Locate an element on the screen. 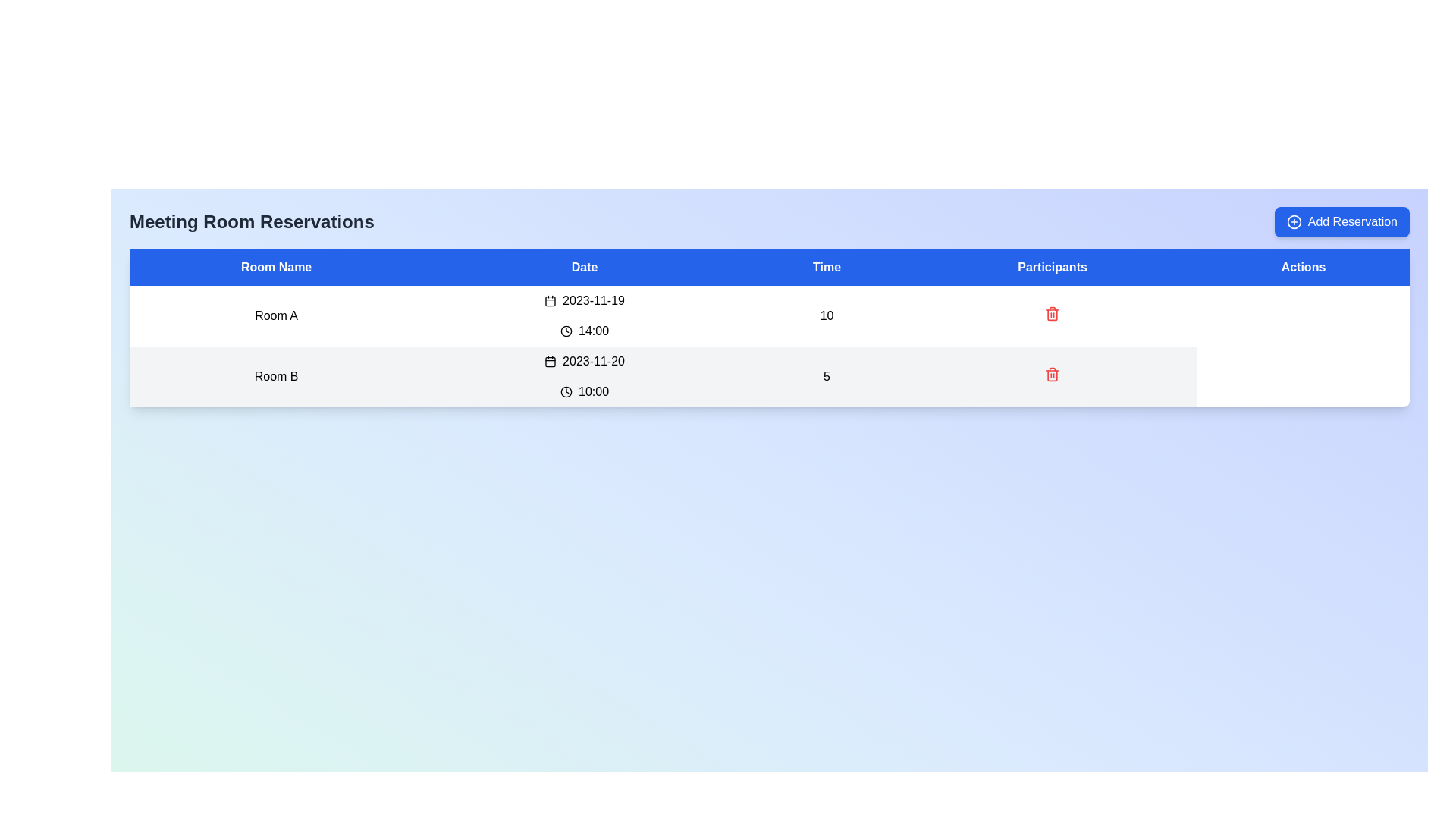 This screenshot has height=819, width=1456. the static text label with the word 'Time' written in white font on a solid blue background, which is the third header in a tabular header bar is located at coordinates (826, 267).